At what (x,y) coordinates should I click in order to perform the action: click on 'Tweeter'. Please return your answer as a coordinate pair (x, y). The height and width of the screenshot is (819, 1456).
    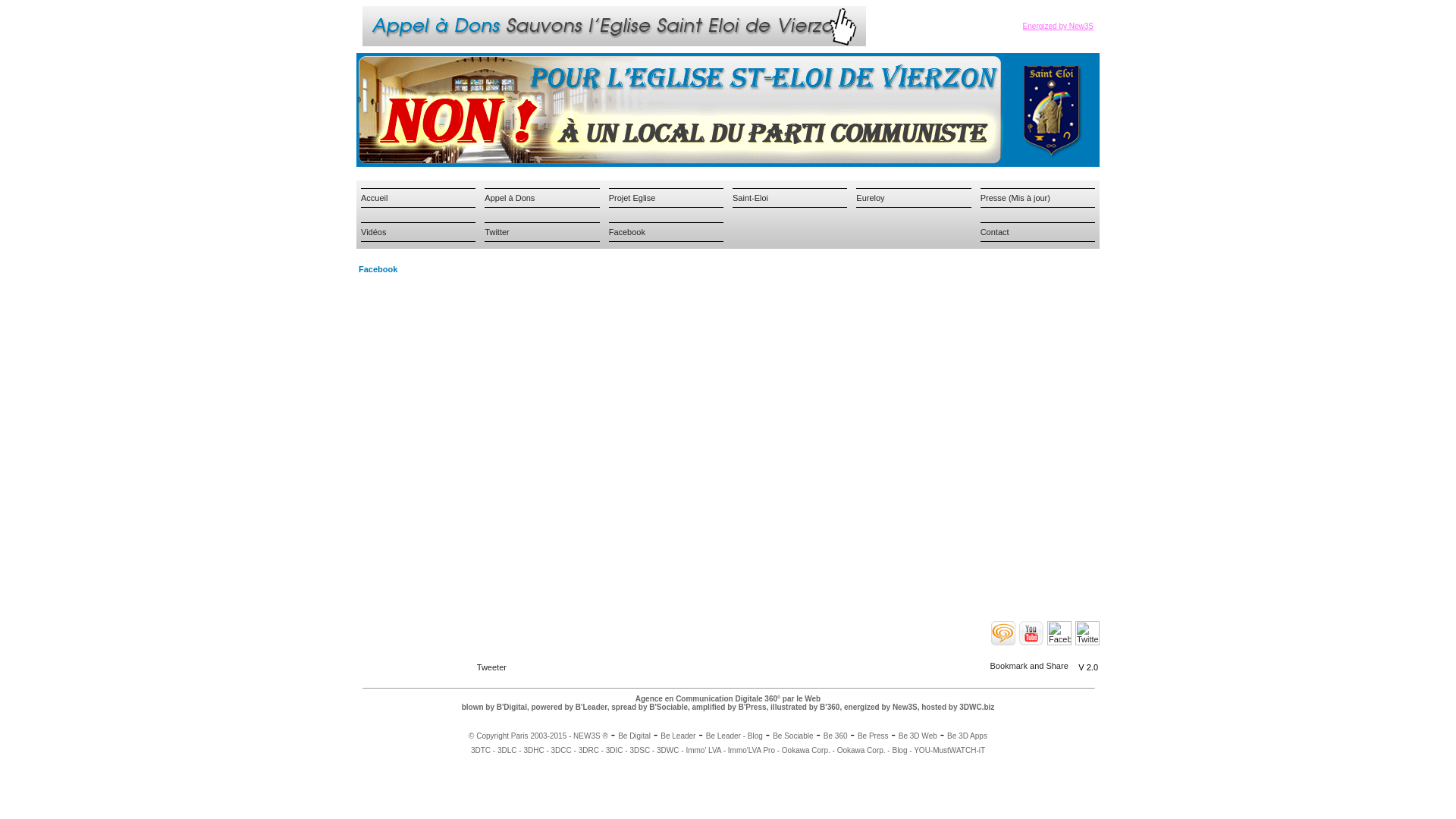
    Looking at the image, I should click on (491, 666).